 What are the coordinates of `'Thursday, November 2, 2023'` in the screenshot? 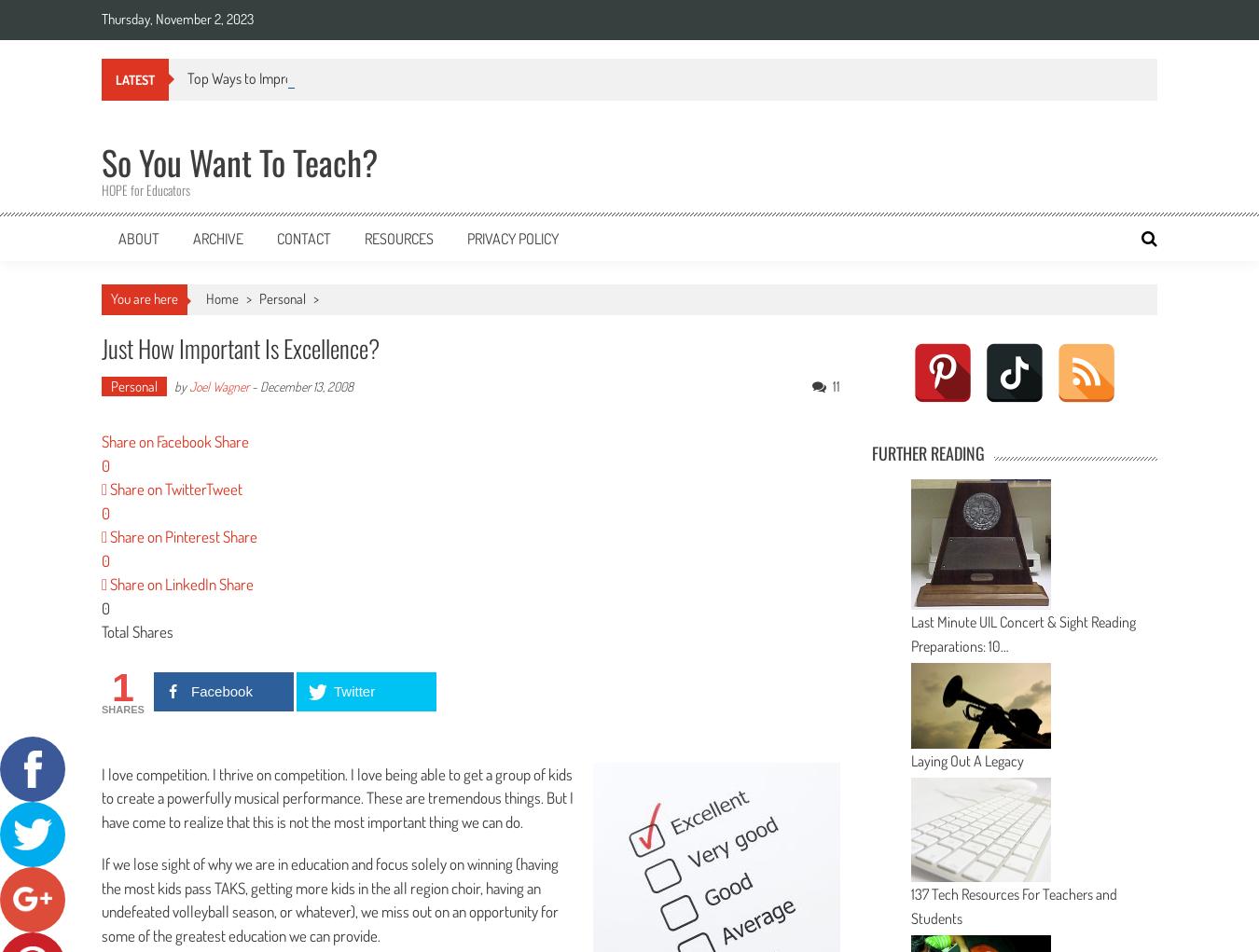 It's located at (100, 18).